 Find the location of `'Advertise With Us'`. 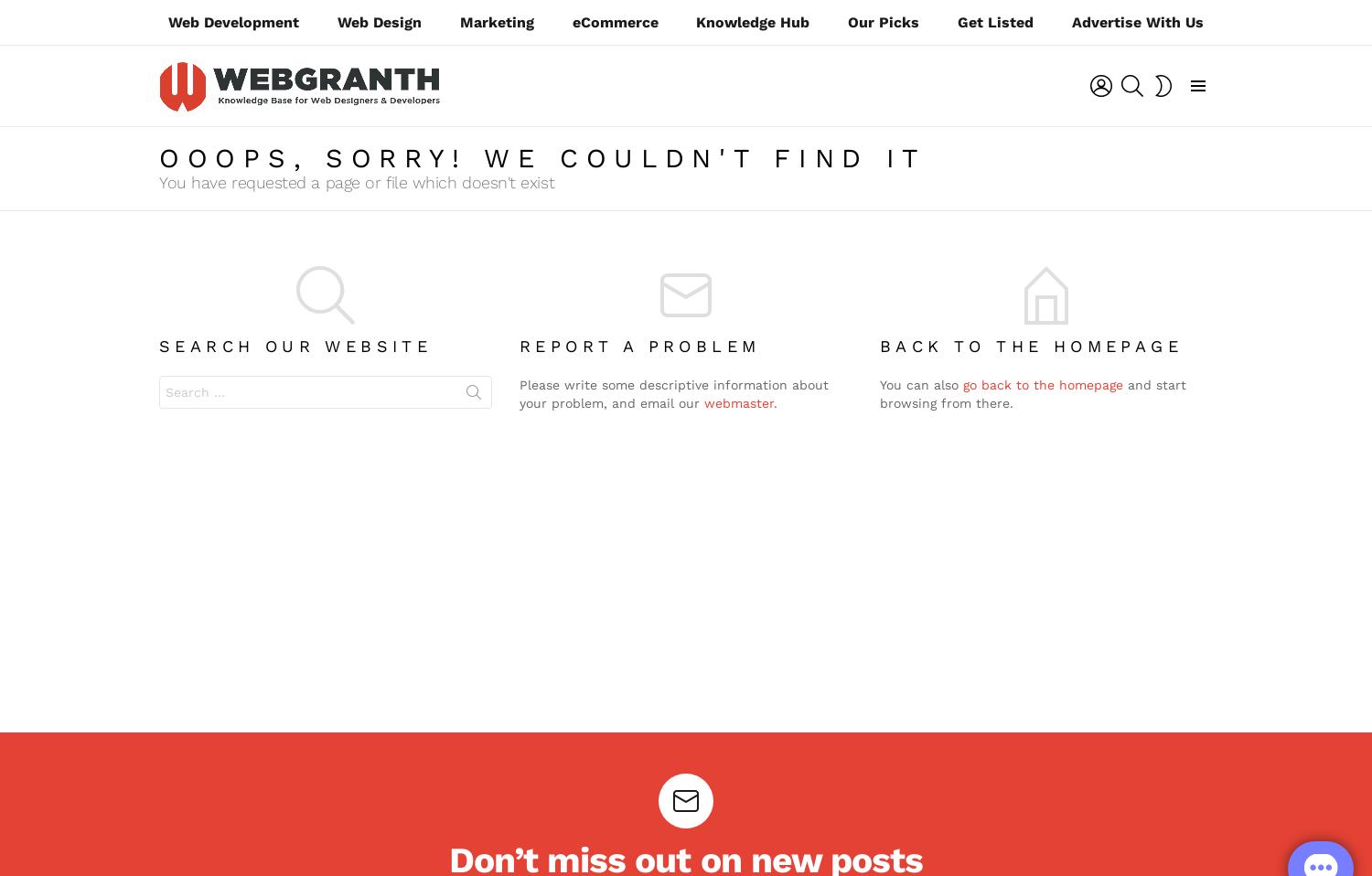

'Advertise With Us' is located at coordinates (1071, 21).